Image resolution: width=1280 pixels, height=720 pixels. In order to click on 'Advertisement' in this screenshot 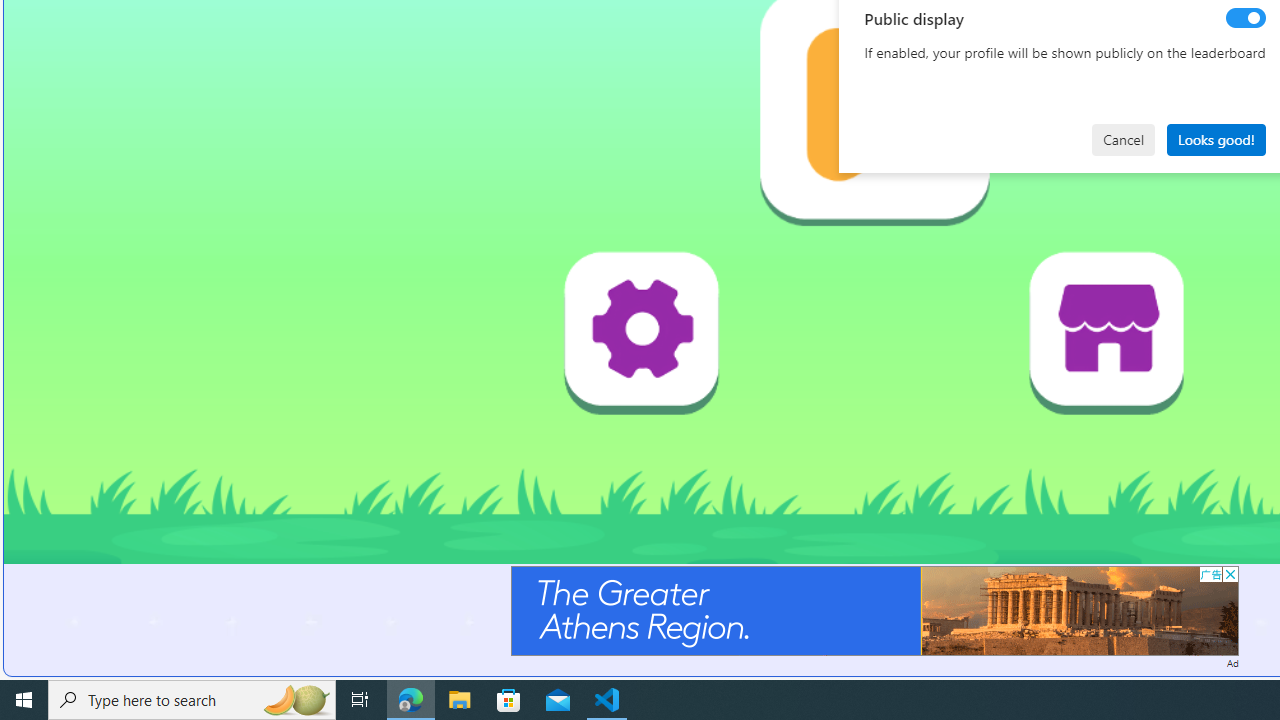, I will do `click(874, 609)`.